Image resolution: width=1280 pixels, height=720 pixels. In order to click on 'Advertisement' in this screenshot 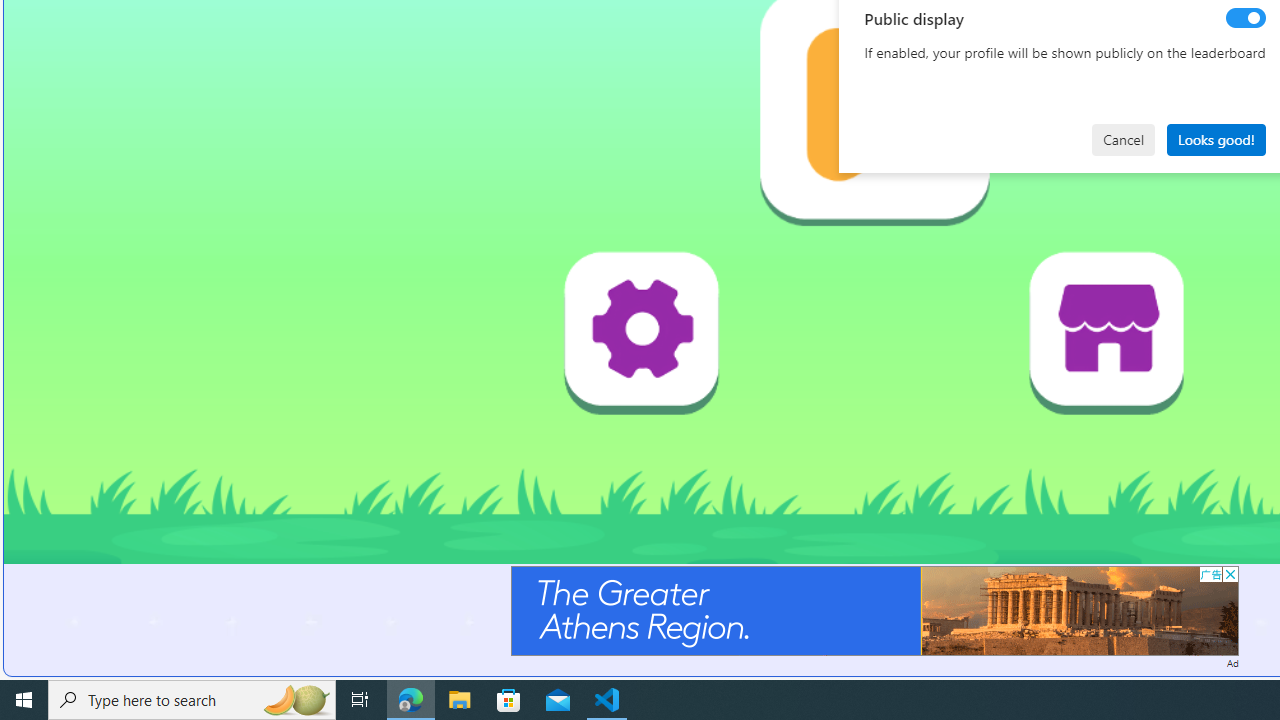, I will do `click(874, 609)`.